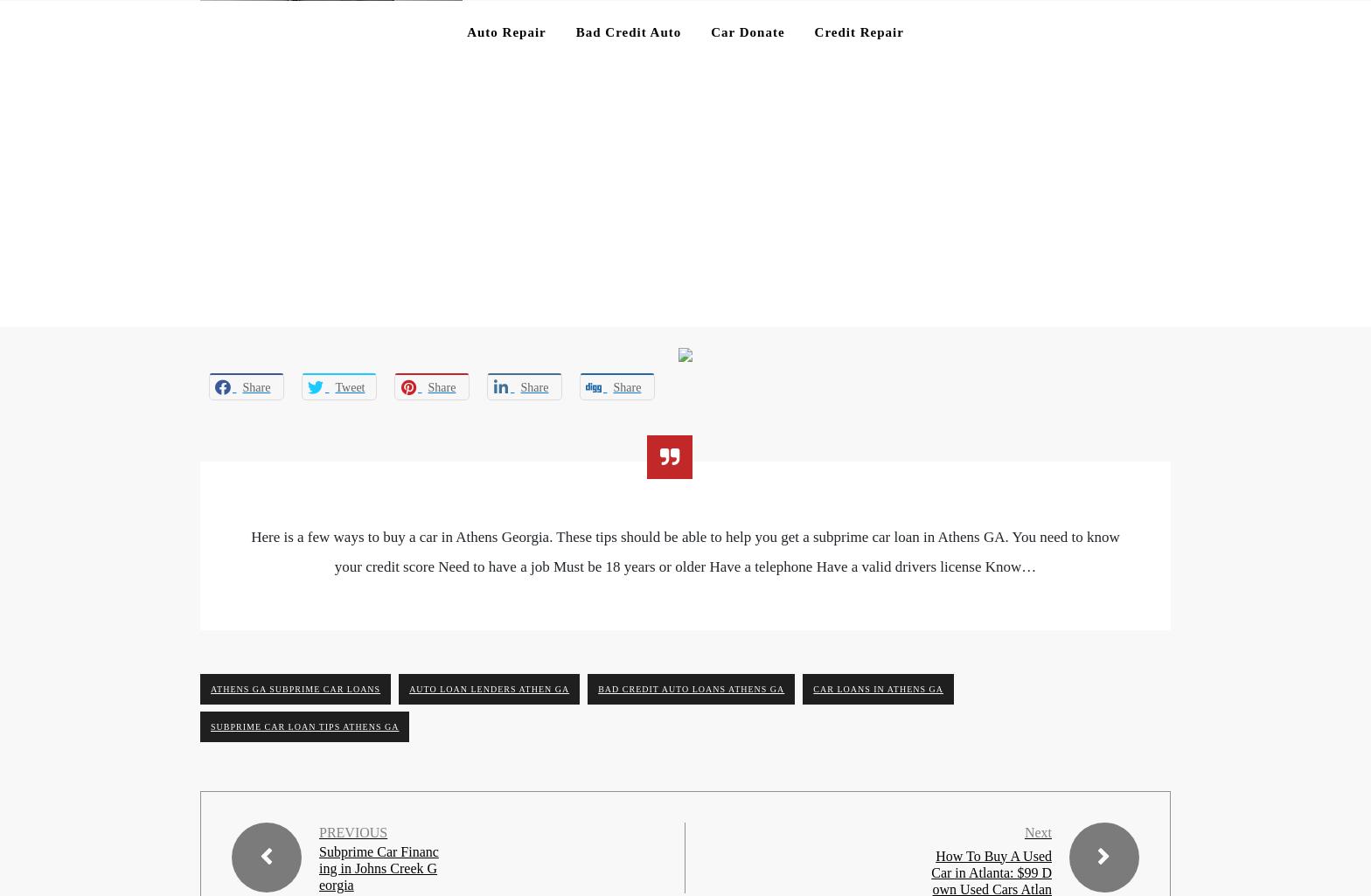 This screenshot has width=1371, height=896. Describe the element at coordinates (222, 627) in the screenshot. I see `'Website'` at that location.